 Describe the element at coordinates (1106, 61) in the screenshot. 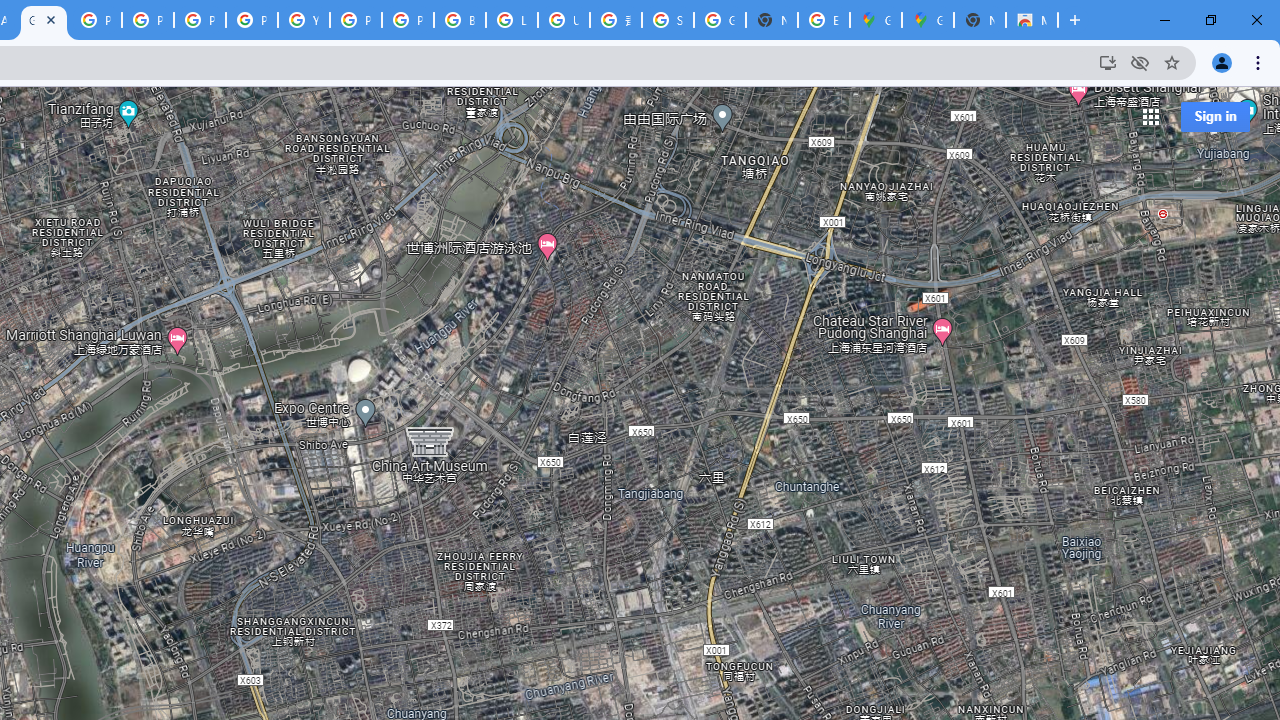

I see `'Install Google Maps'` at that location.